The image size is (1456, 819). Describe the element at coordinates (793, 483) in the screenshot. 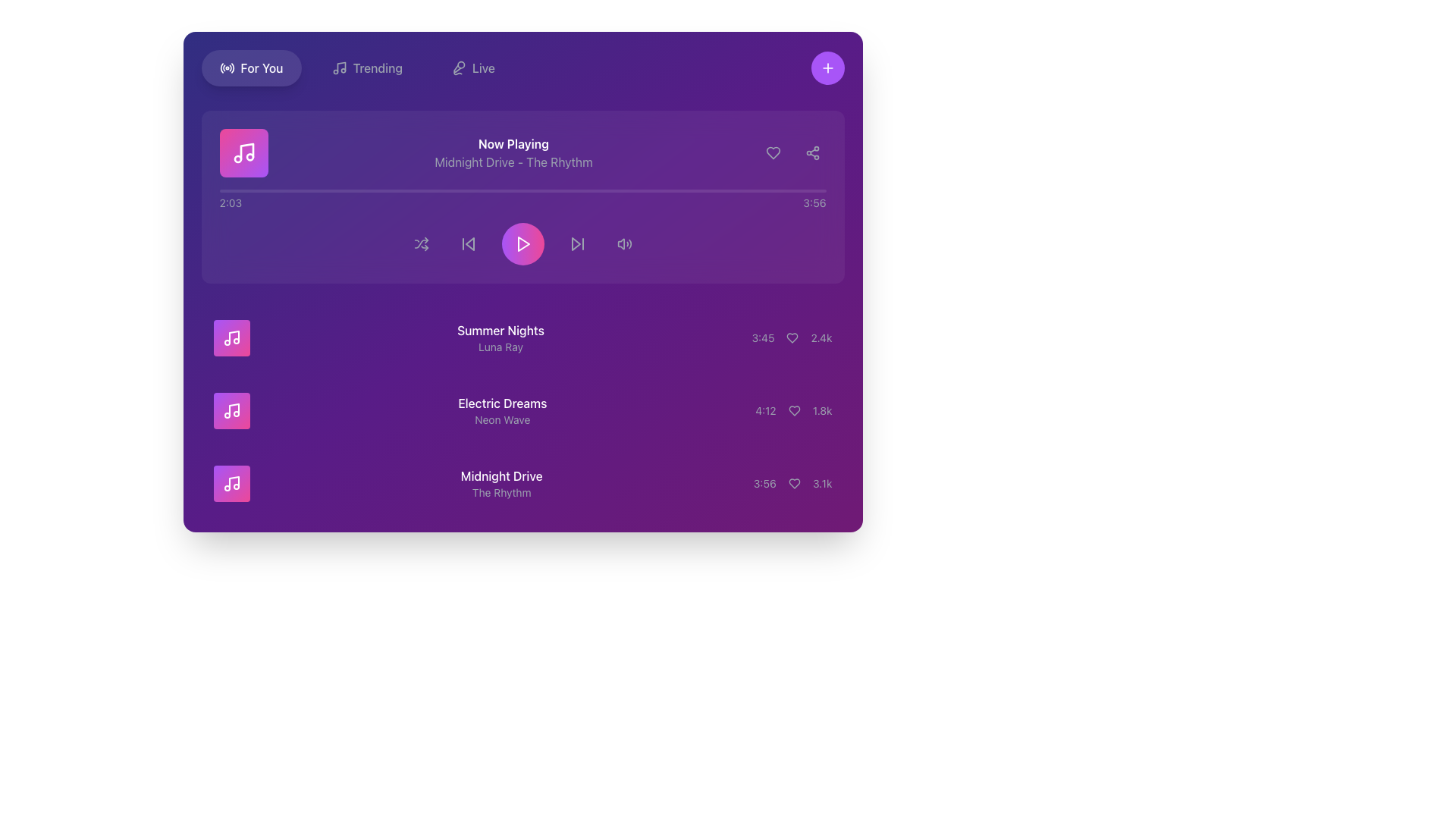

I see `the heart-shaped icon with a red fill located in the bottom-right corner of the interface` at that location.